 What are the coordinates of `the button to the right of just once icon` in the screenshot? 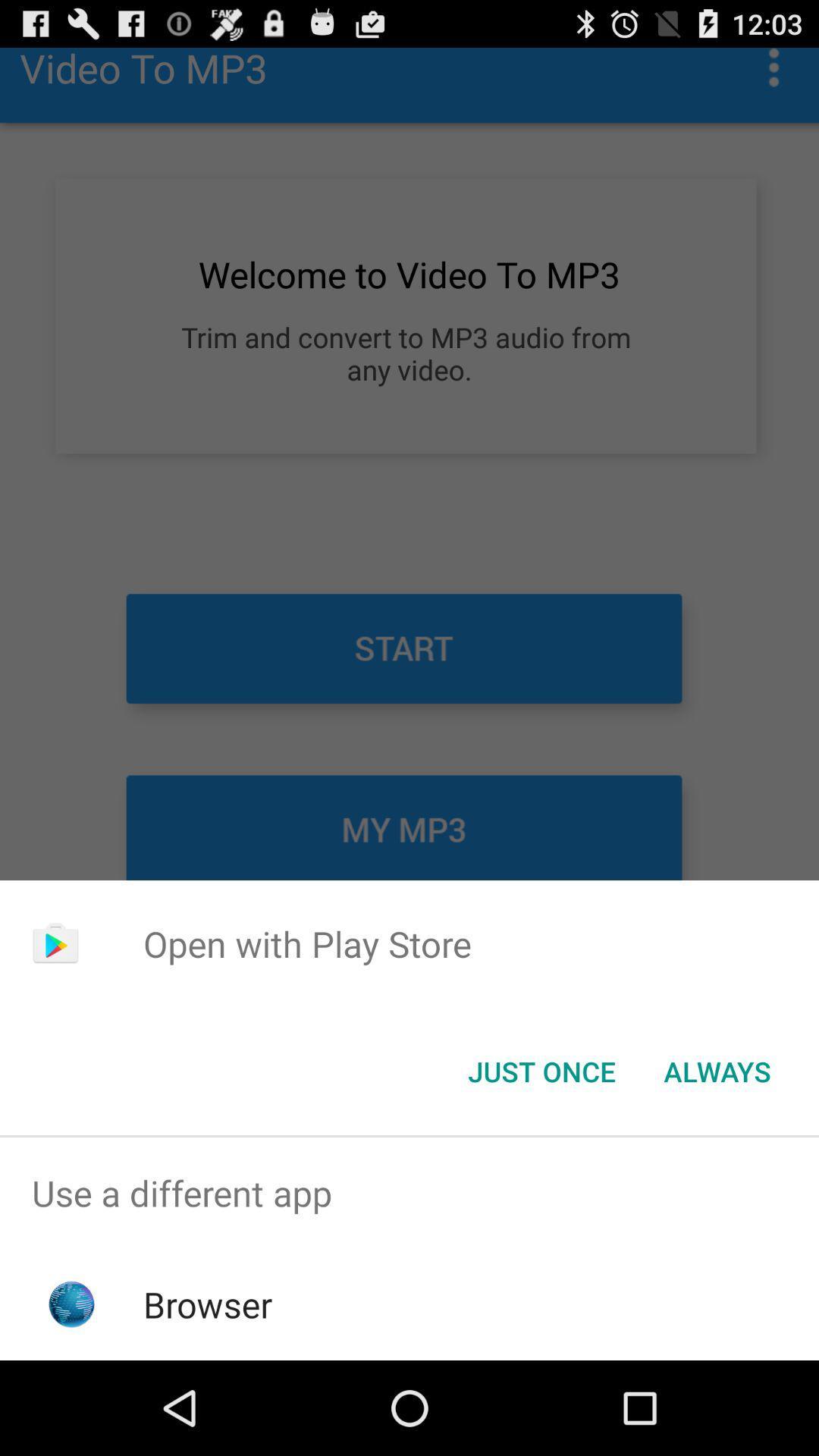 It's located at (717, 1070).